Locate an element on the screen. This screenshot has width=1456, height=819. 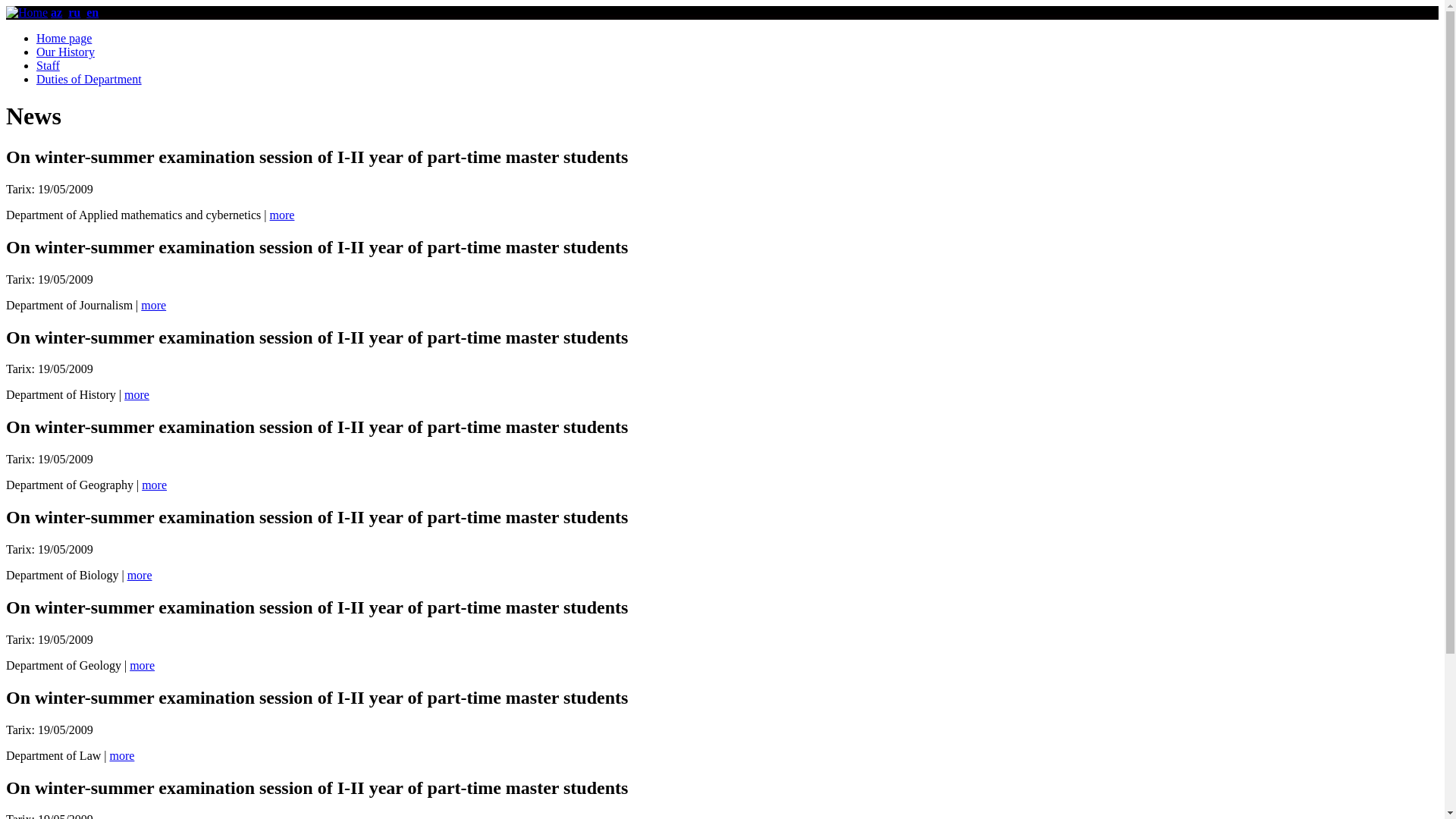
'az' is located at coordinates (51, 12).